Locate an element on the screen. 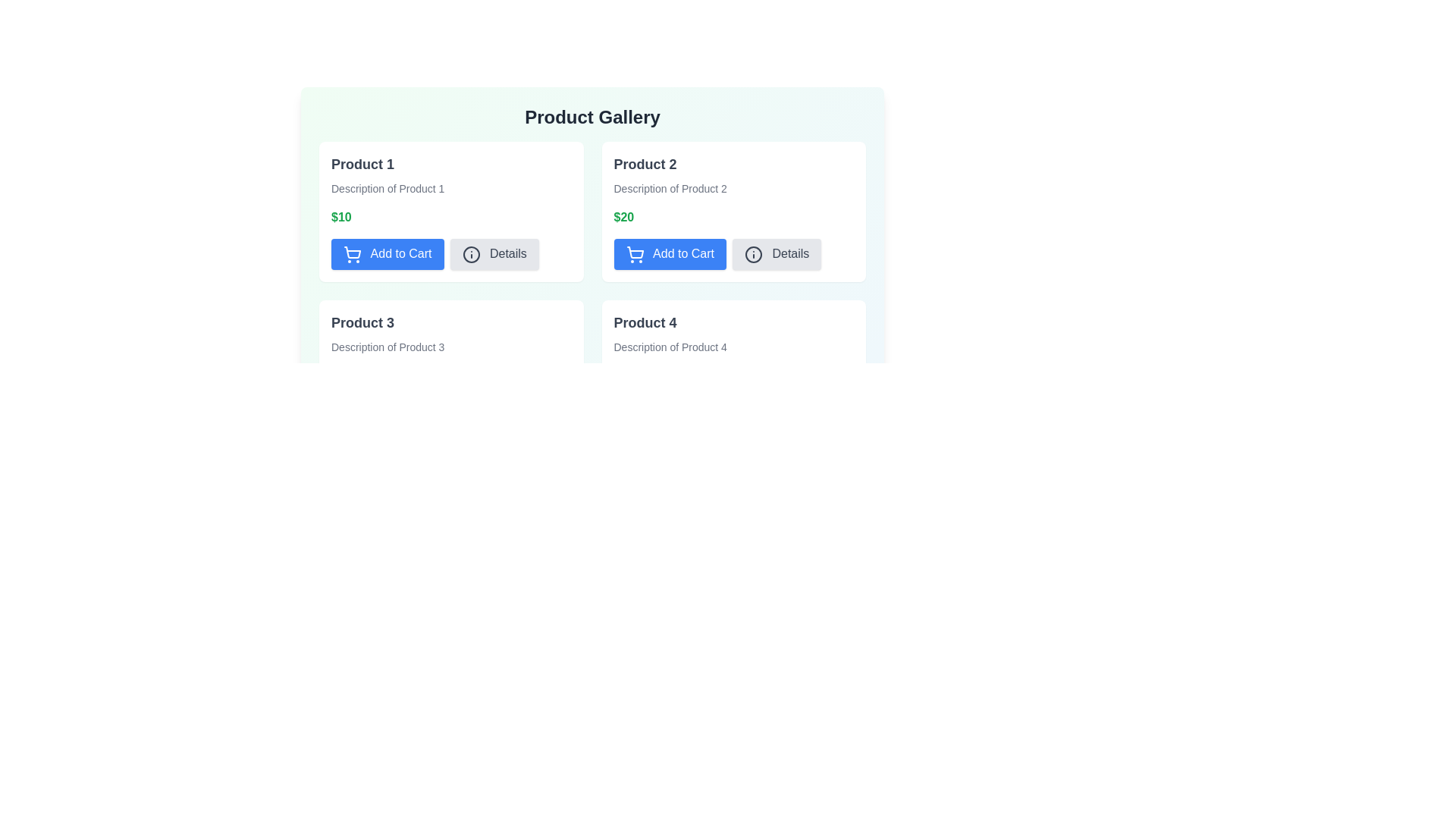 The height and width of the screenshot is (819, 1456). price value displayed in the green-colored text showing '$10', located prominently under the product description of 'Product 1' in the product gallery is located at coordinates (340, 217).